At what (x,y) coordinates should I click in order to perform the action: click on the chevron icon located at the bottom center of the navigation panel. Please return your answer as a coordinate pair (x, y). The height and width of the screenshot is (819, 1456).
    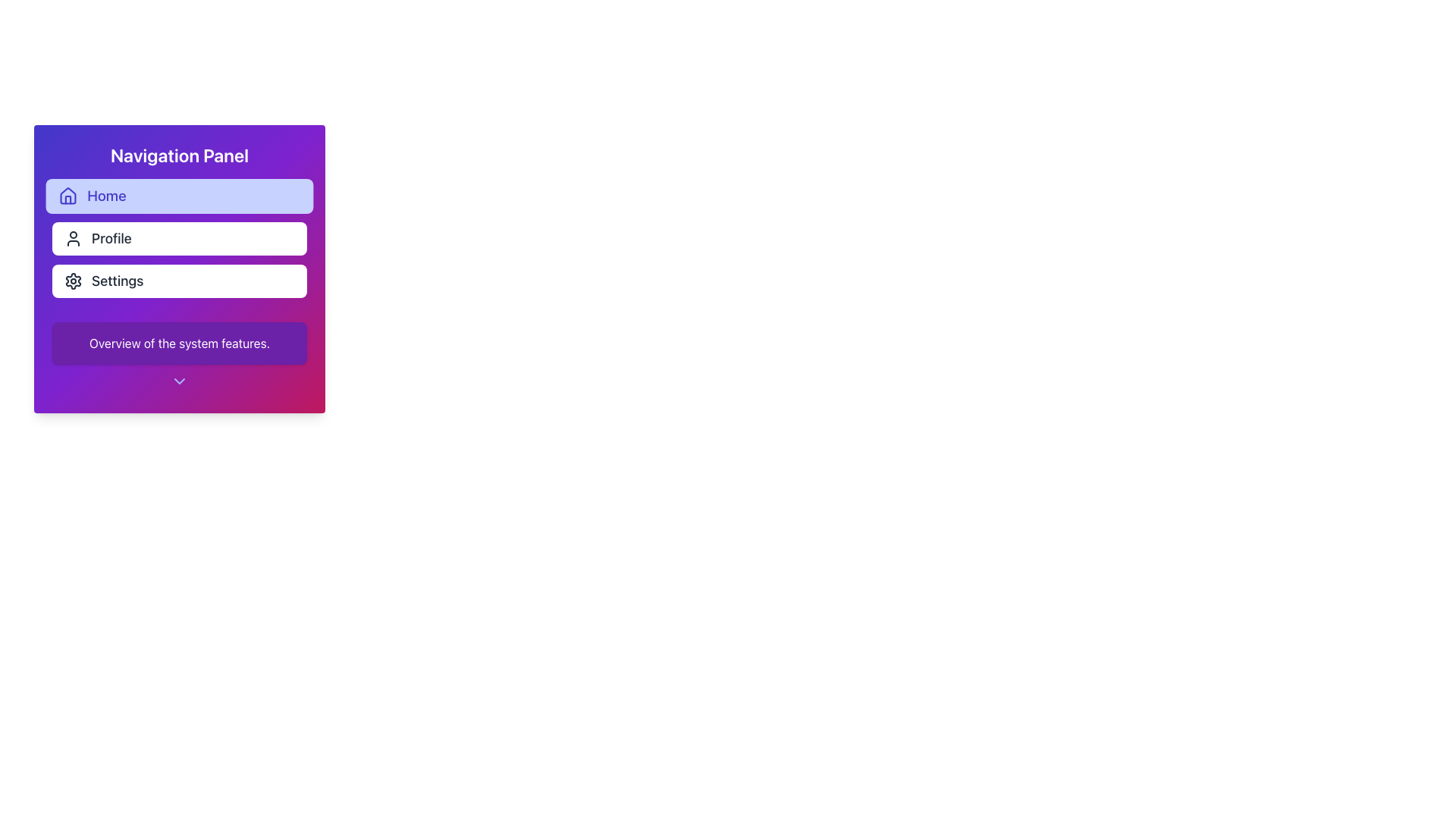
    Looking at the image, I should click on (179, 382).